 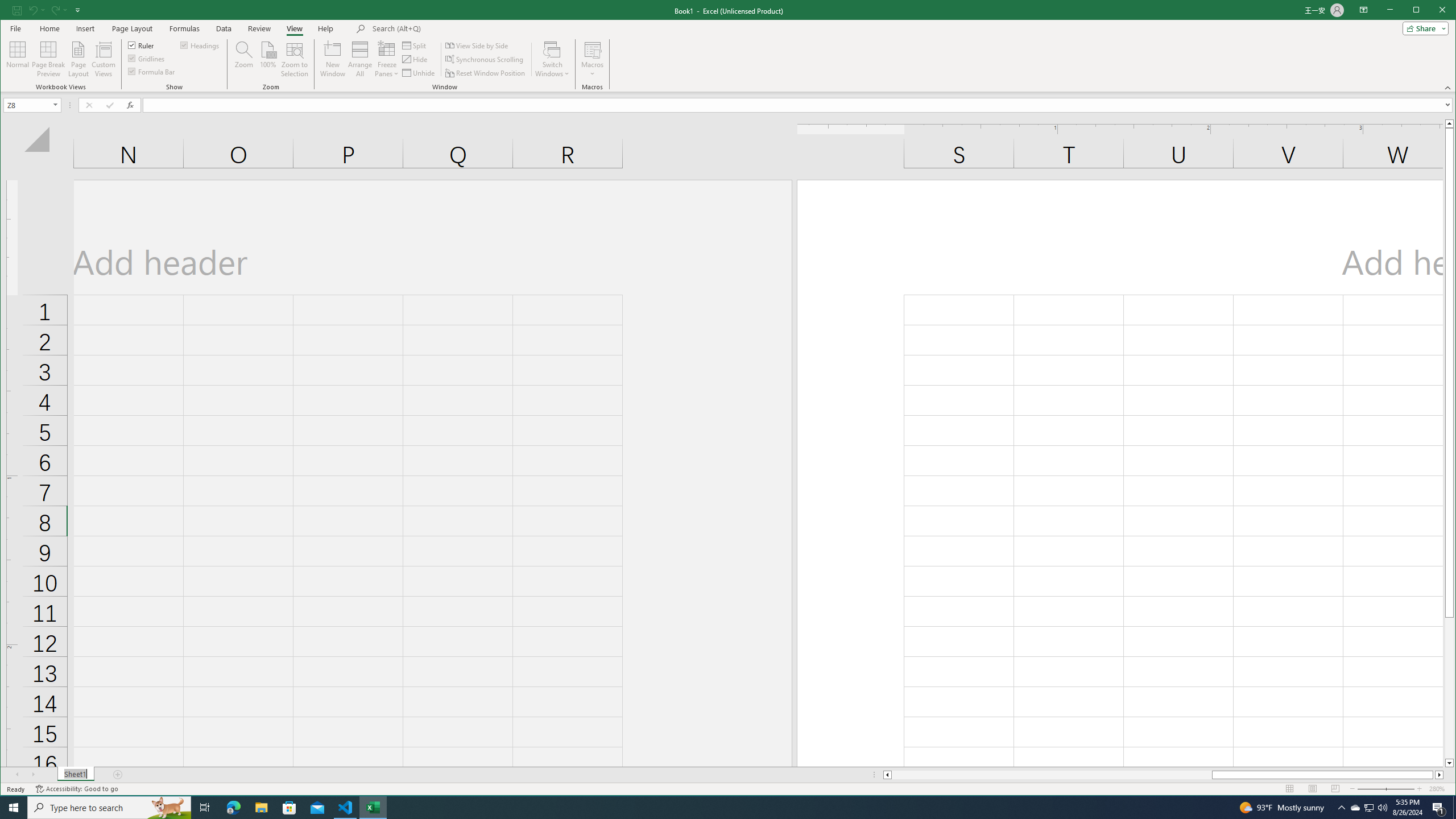 What do you see at coordinates (204, 806) in the screenshot?
I see `'Task View'` at bounding box center [204, 806].